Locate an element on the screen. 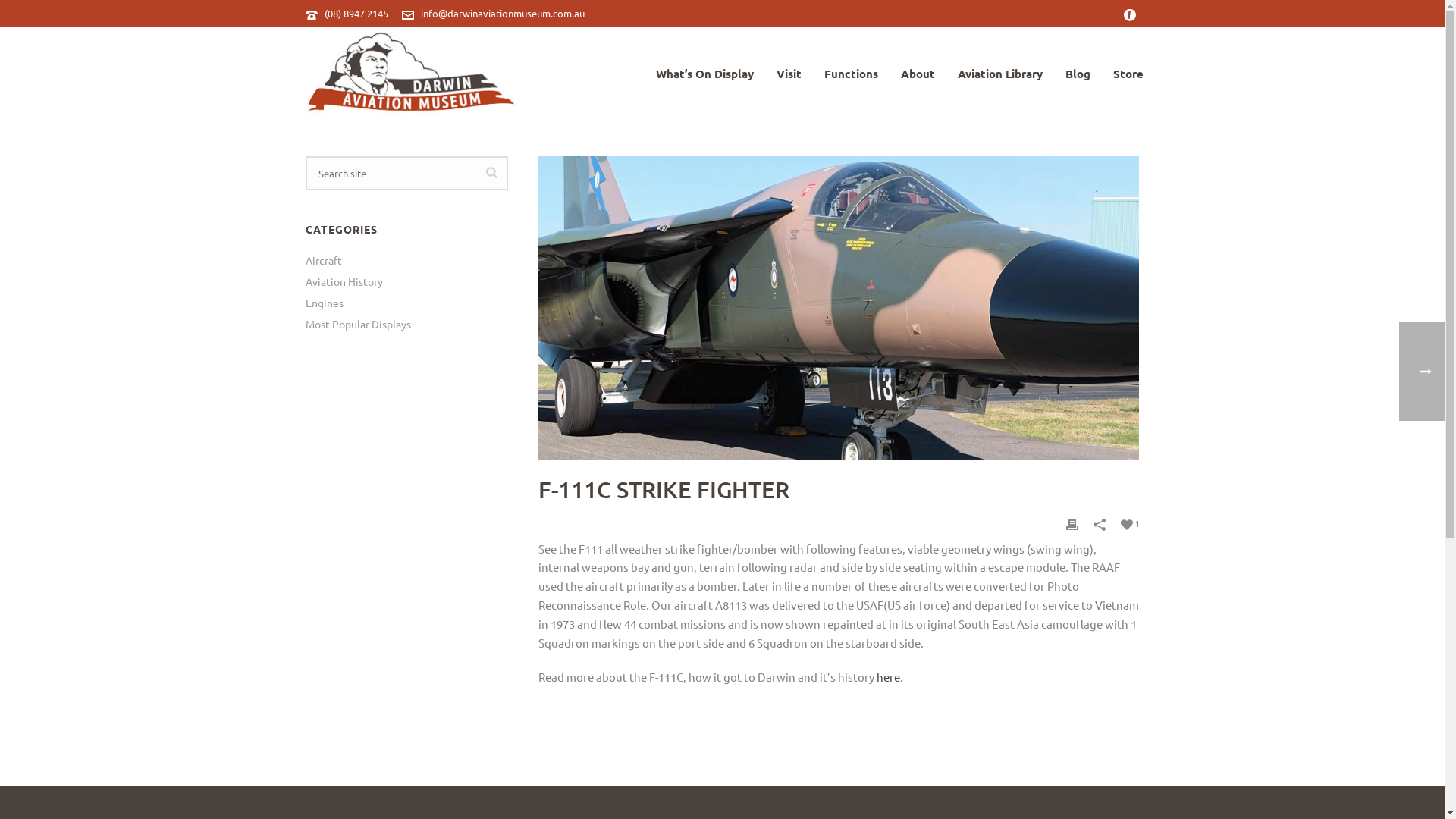 Image resolution: width=1456 pixels, height=819 pixels. '(08) 8947 2145' is located at coordinates (356, 13).